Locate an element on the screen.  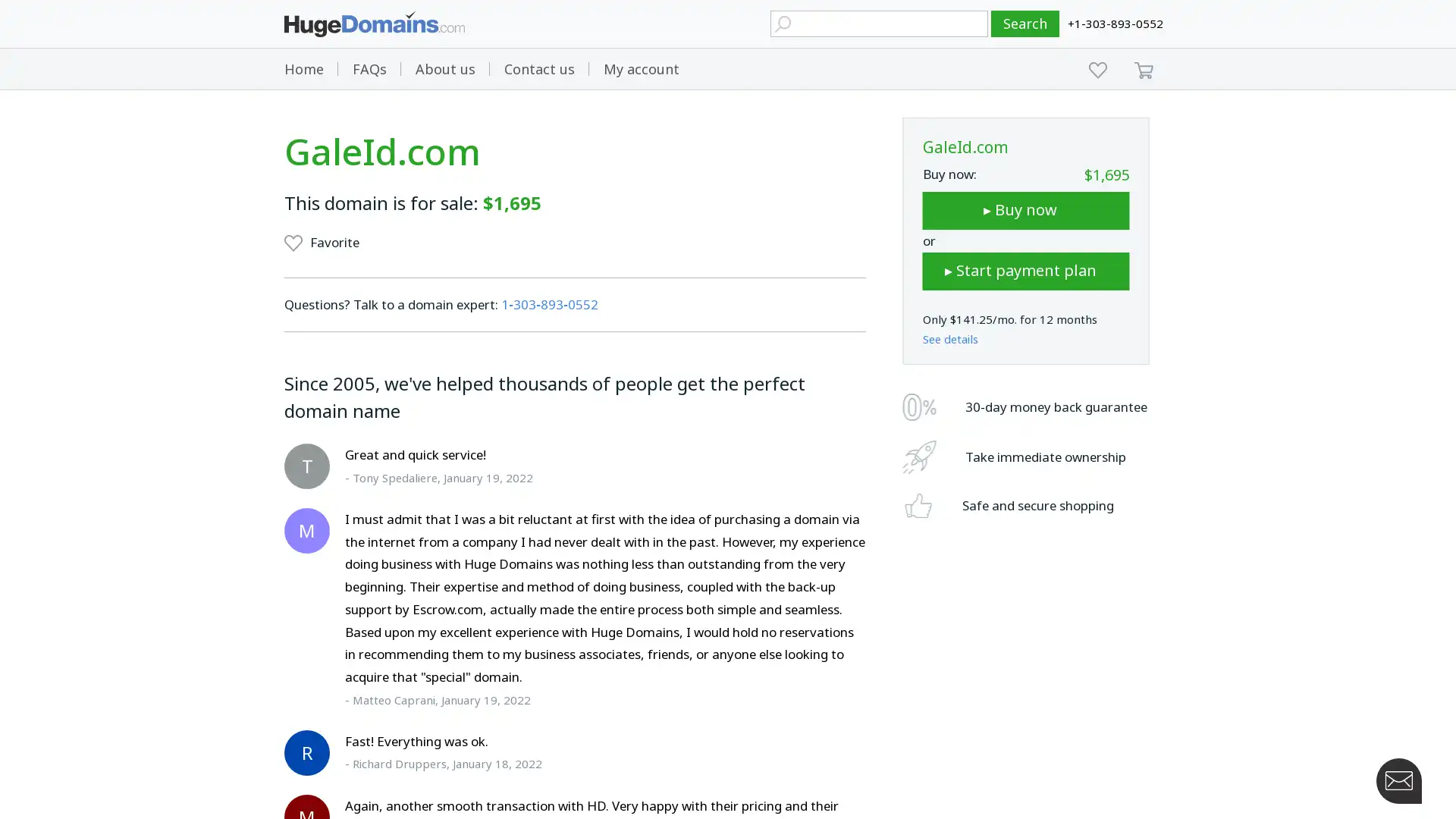
Search is located at coordinates (1025, 24).